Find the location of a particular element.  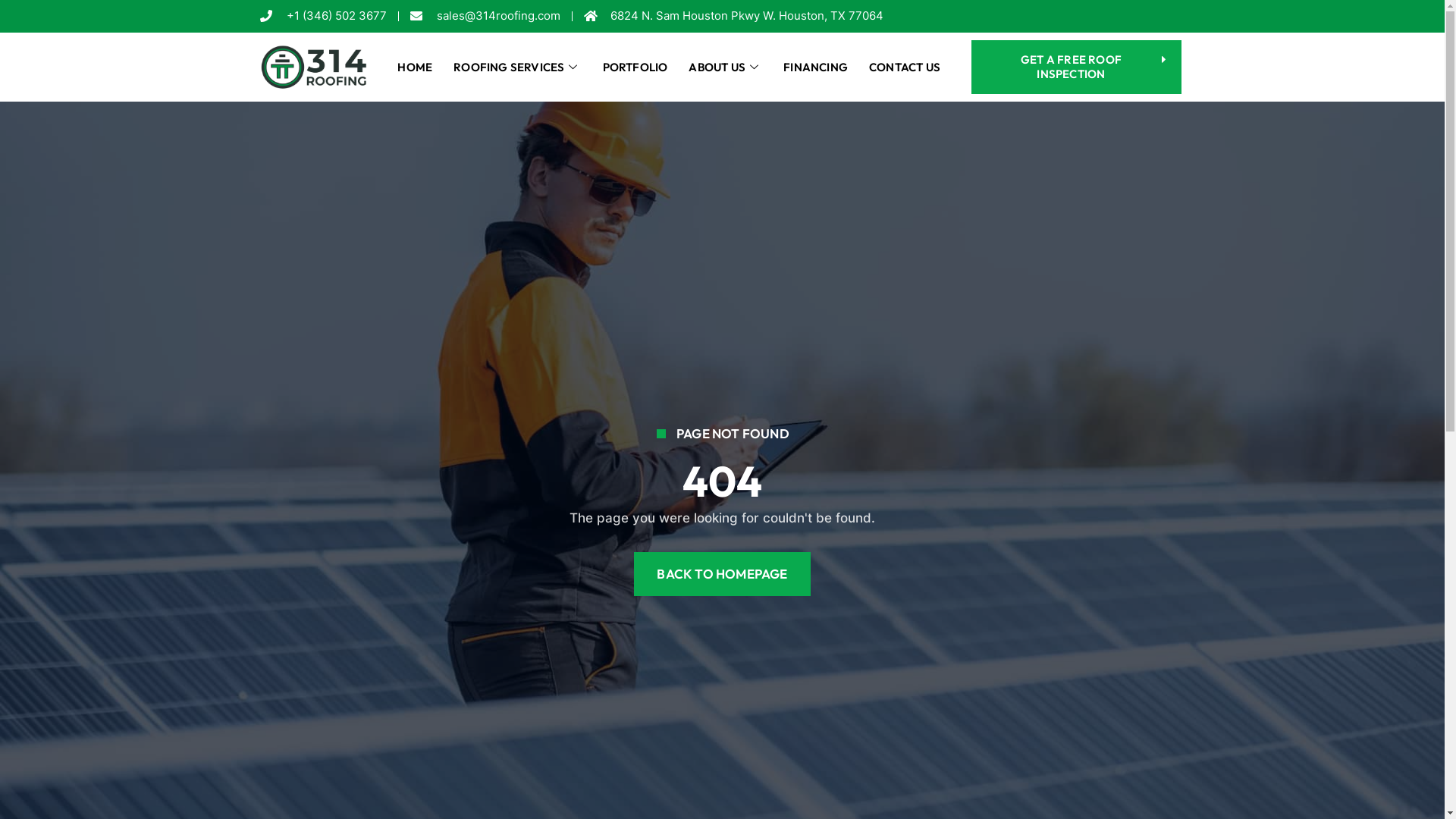

'ABOUT US' is located at coordinates (724, 66).